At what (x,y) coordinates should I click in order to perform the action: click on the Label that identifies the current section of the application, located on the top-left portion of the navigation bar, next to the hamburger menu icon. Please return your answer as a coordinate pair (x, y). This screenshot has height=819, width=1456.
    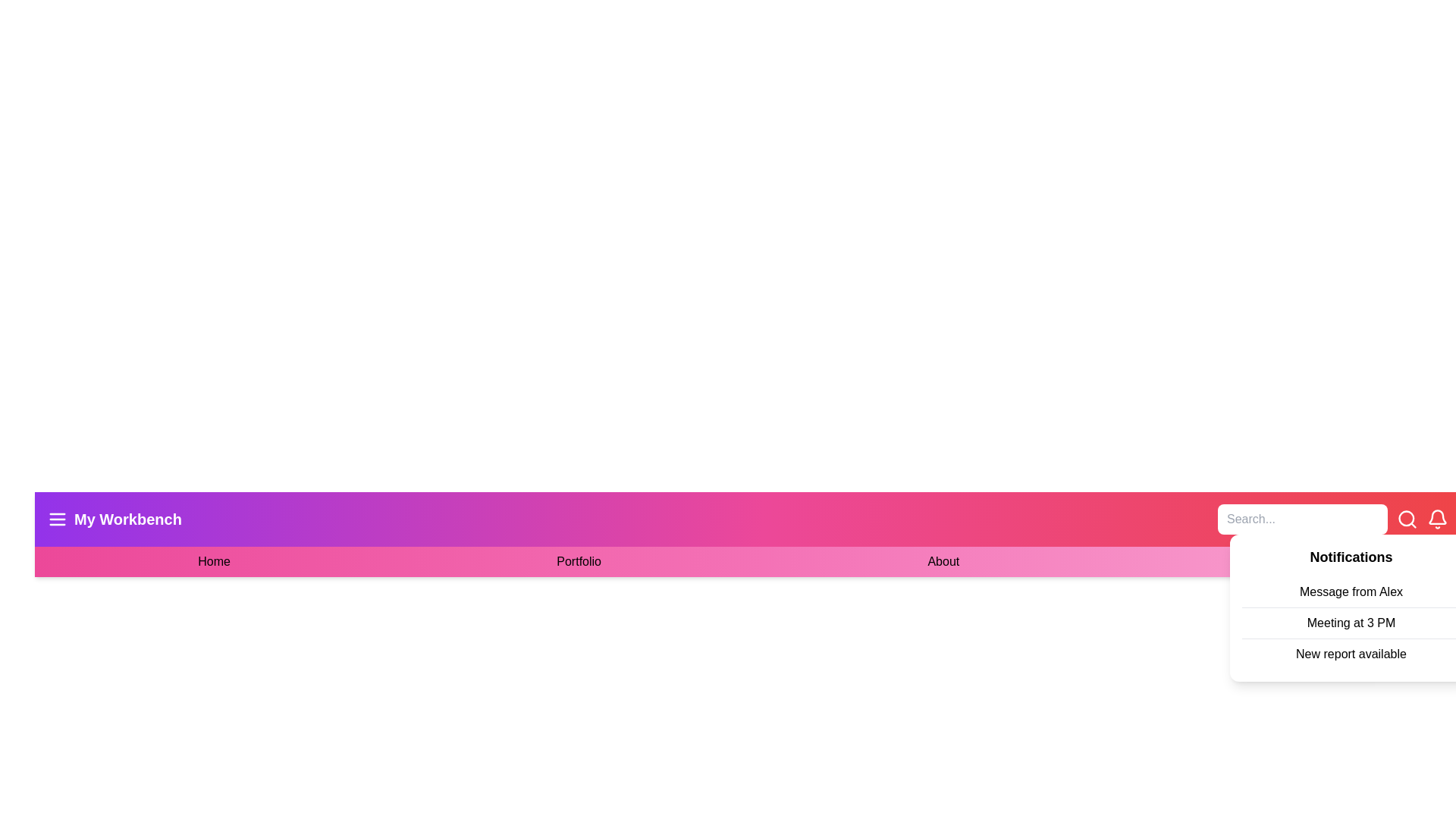
    Looking at the image, I should click on (127, 519).